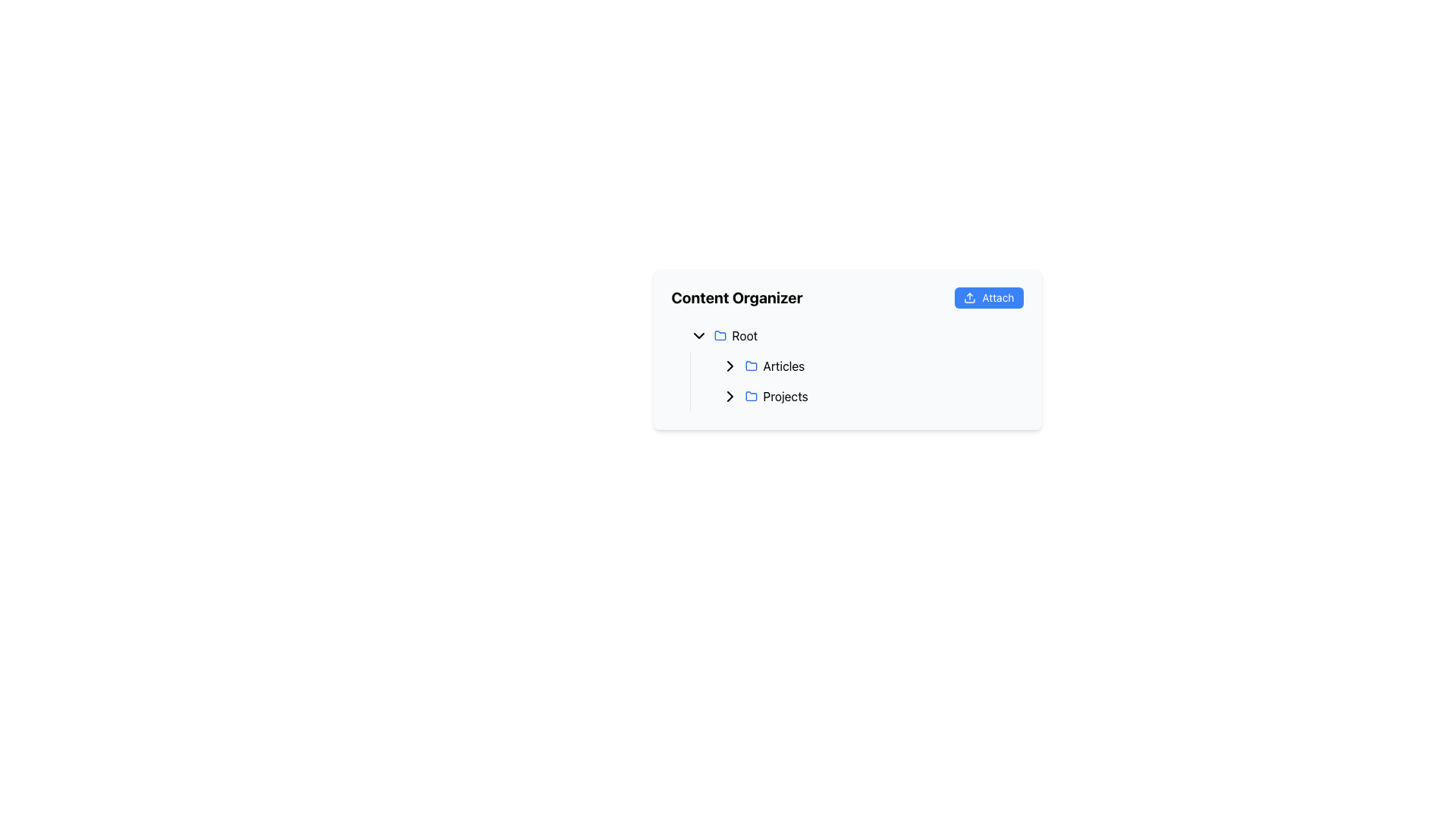 The width and height of the screenshot is (1456, 819). I want to click on the text label 'Root' in the hierarchical list, so click(745, 335).